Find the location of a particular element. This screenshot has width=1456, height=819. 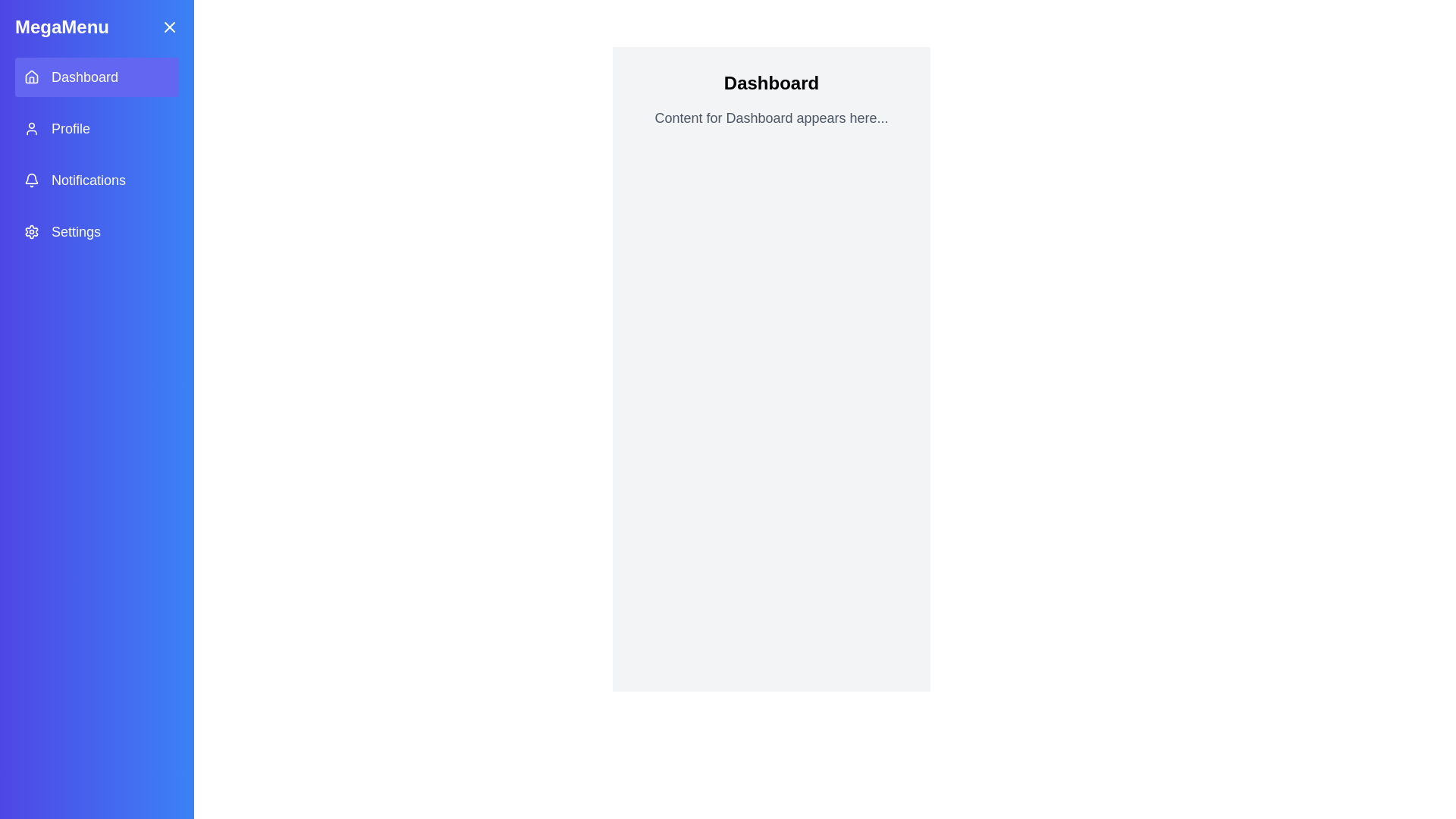

the 'MegaMenu' title bar, which features a bold font and a close button 'X' on the right, to possibly reveal more interactions is located at coordinates (96, 27).